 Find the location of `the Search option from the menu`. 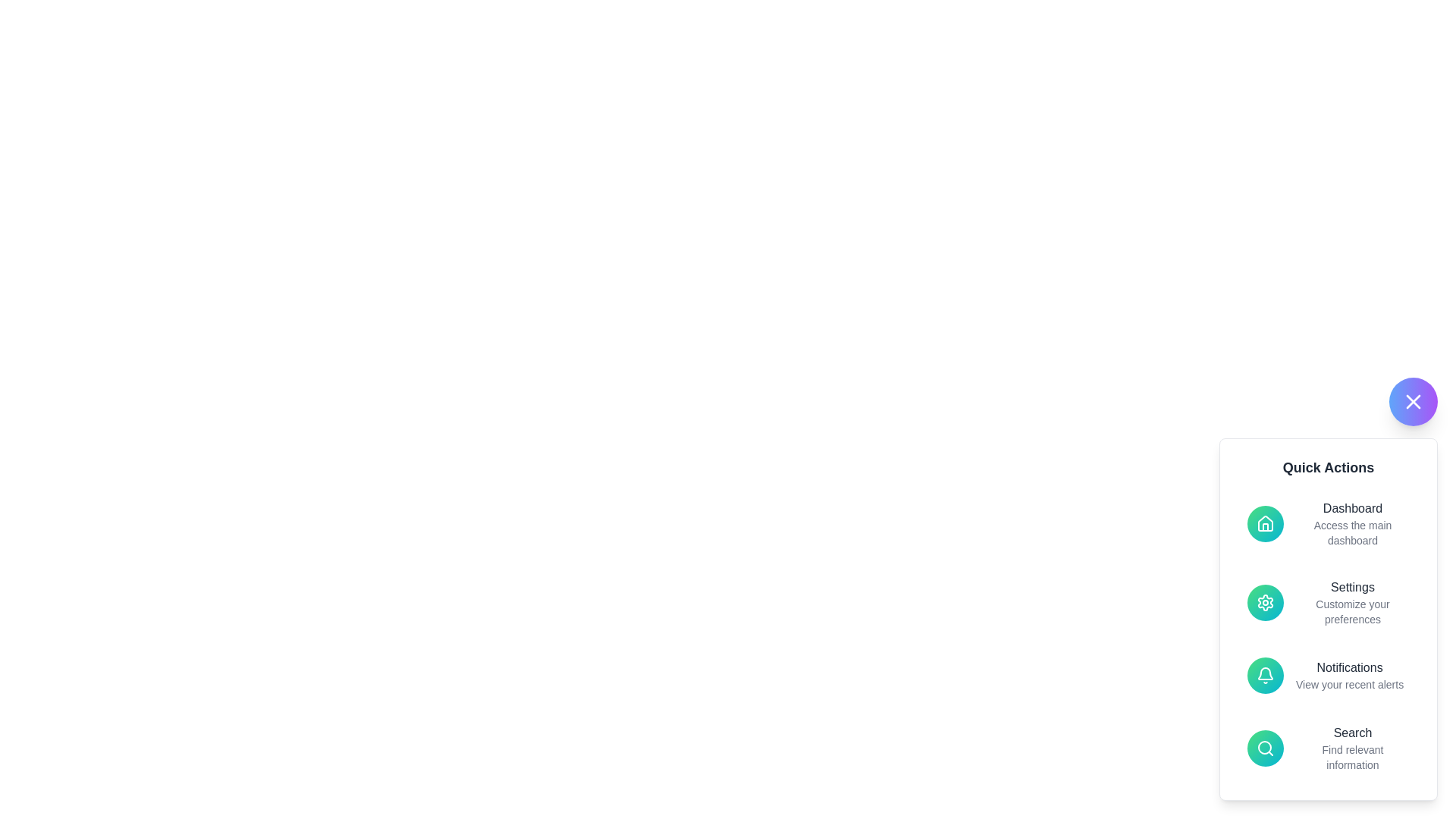

the Search option from the menu is located at coordinates (1328, 748).